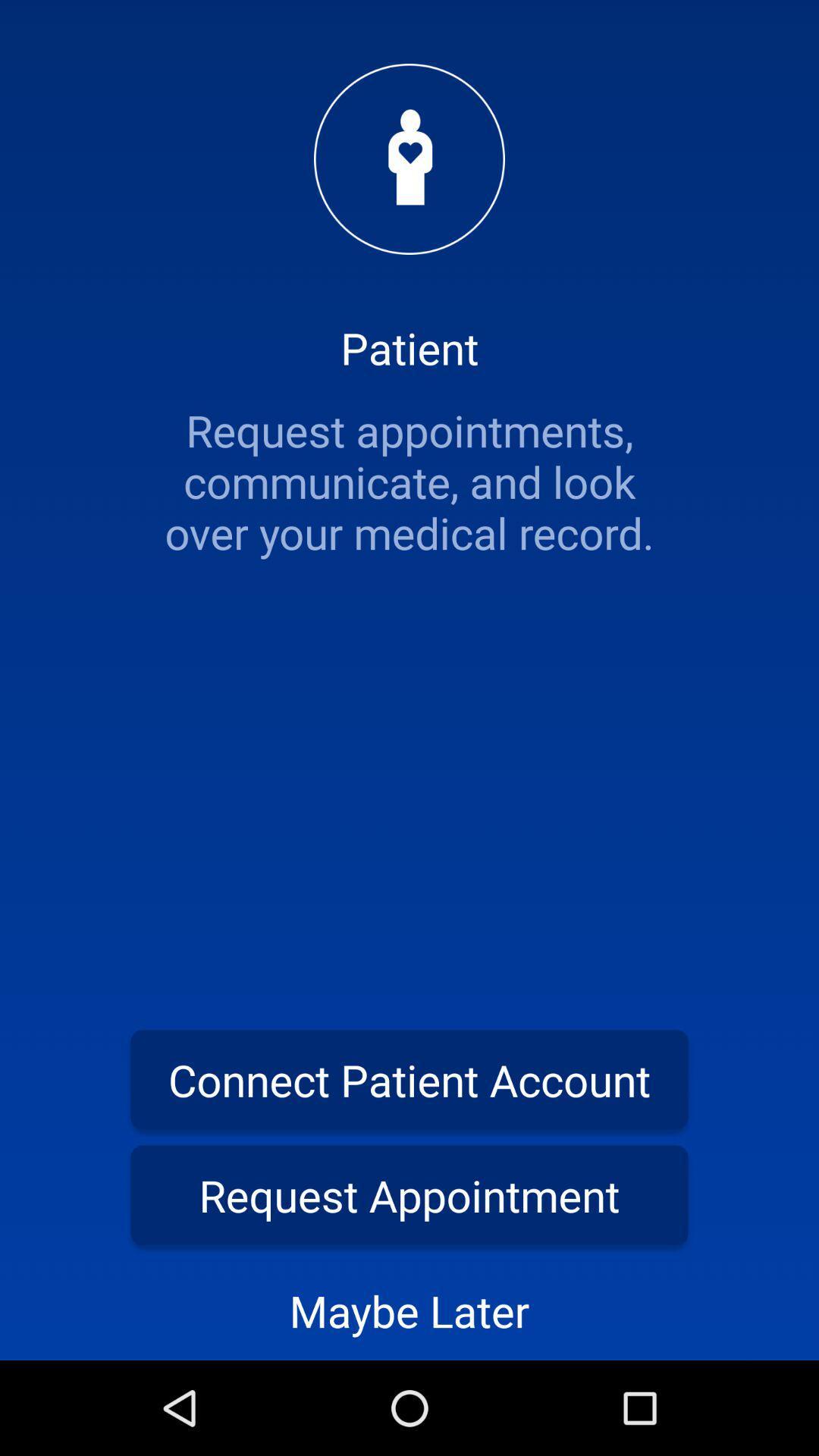 The width and height of the screenshot is (819, 1456). Describe the element at coordinates (409, 1194) in the screenshot. I see `item below the connect patient account` at that location.